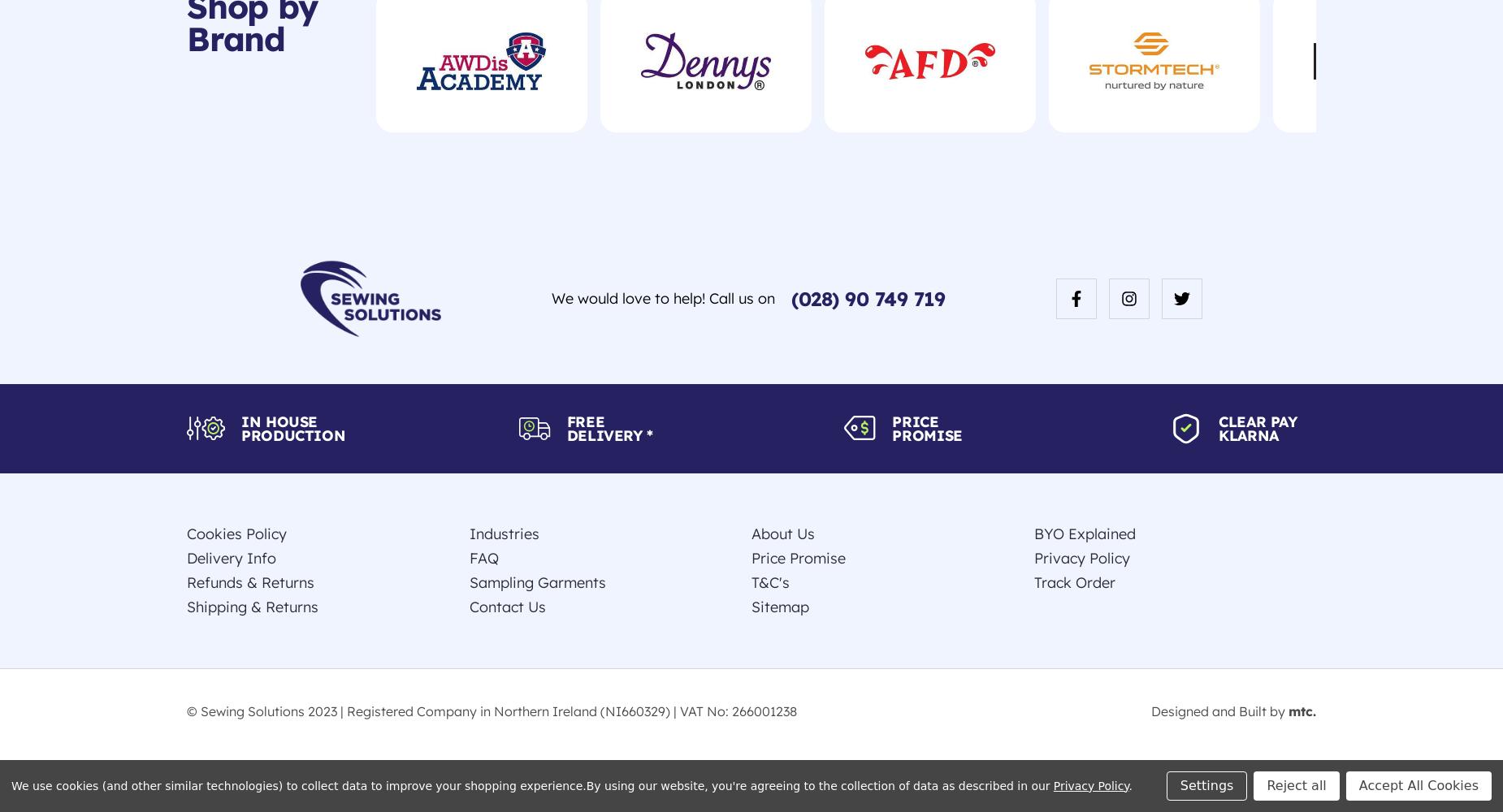  What do you see at coordinates (1051, 784) in the screenshot?
I see `'Privacy Policy'` at bounding box center [1051, 784].